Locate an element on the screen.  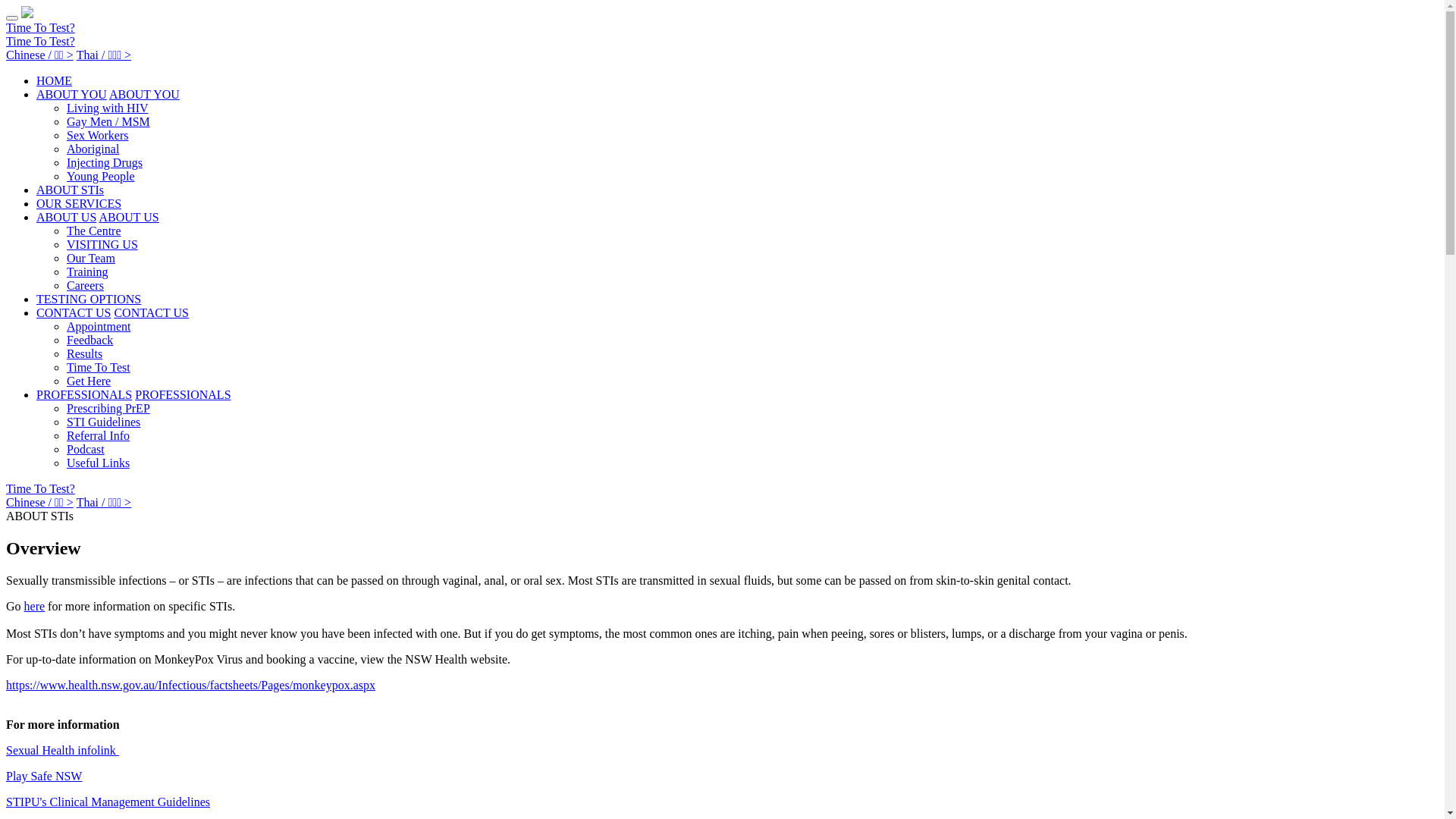
'TESTING OPTIONS' is located at coordinates (87, 299).